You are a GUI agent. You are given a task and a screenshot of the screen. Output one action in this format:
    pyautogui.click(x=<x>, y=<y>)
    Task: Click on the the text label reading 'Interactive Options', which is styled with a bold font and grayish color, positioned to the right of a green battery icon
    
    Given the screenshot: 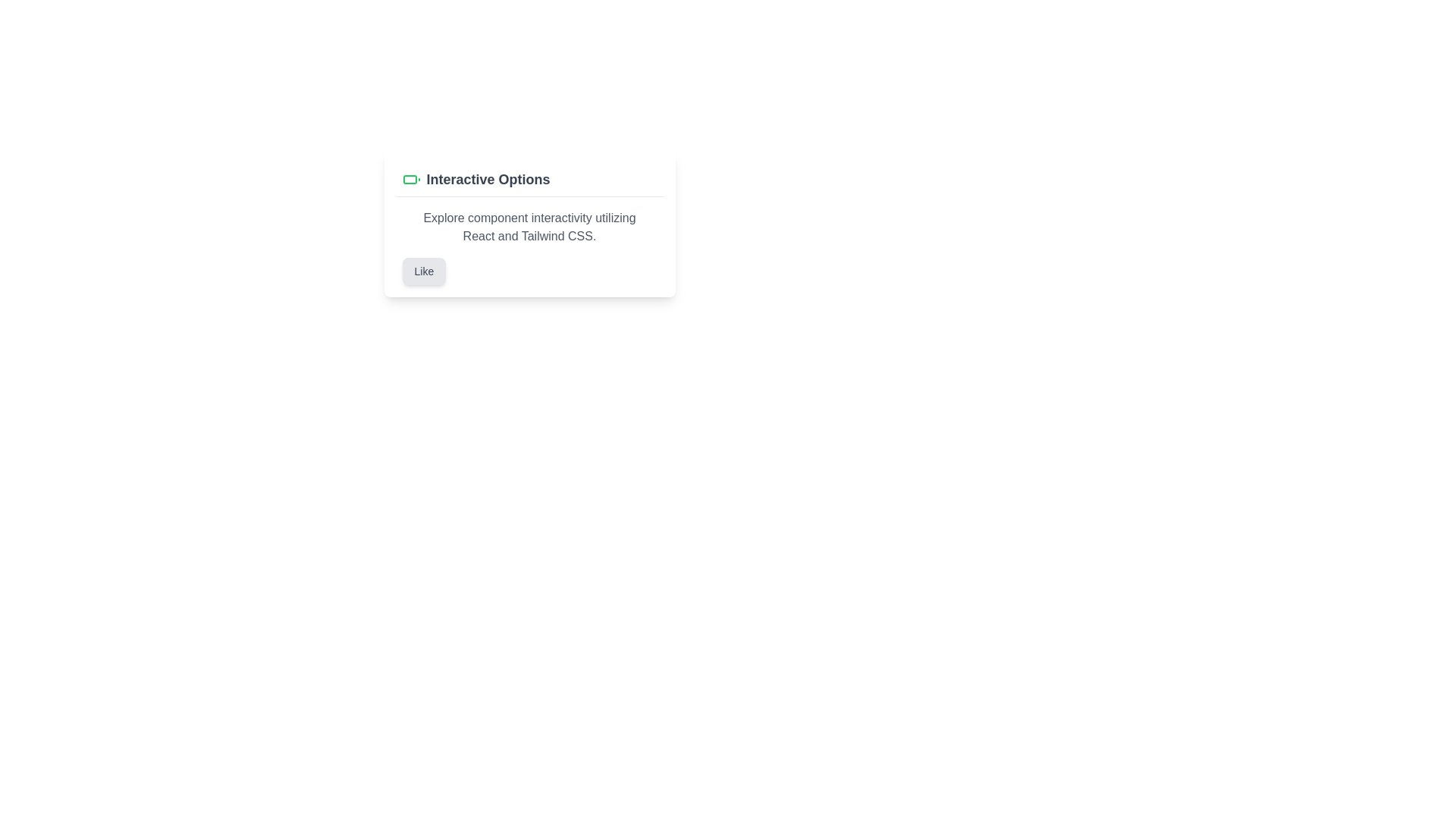 What is the action you would take?
    pyautogui.click(x=488, y=178)
    